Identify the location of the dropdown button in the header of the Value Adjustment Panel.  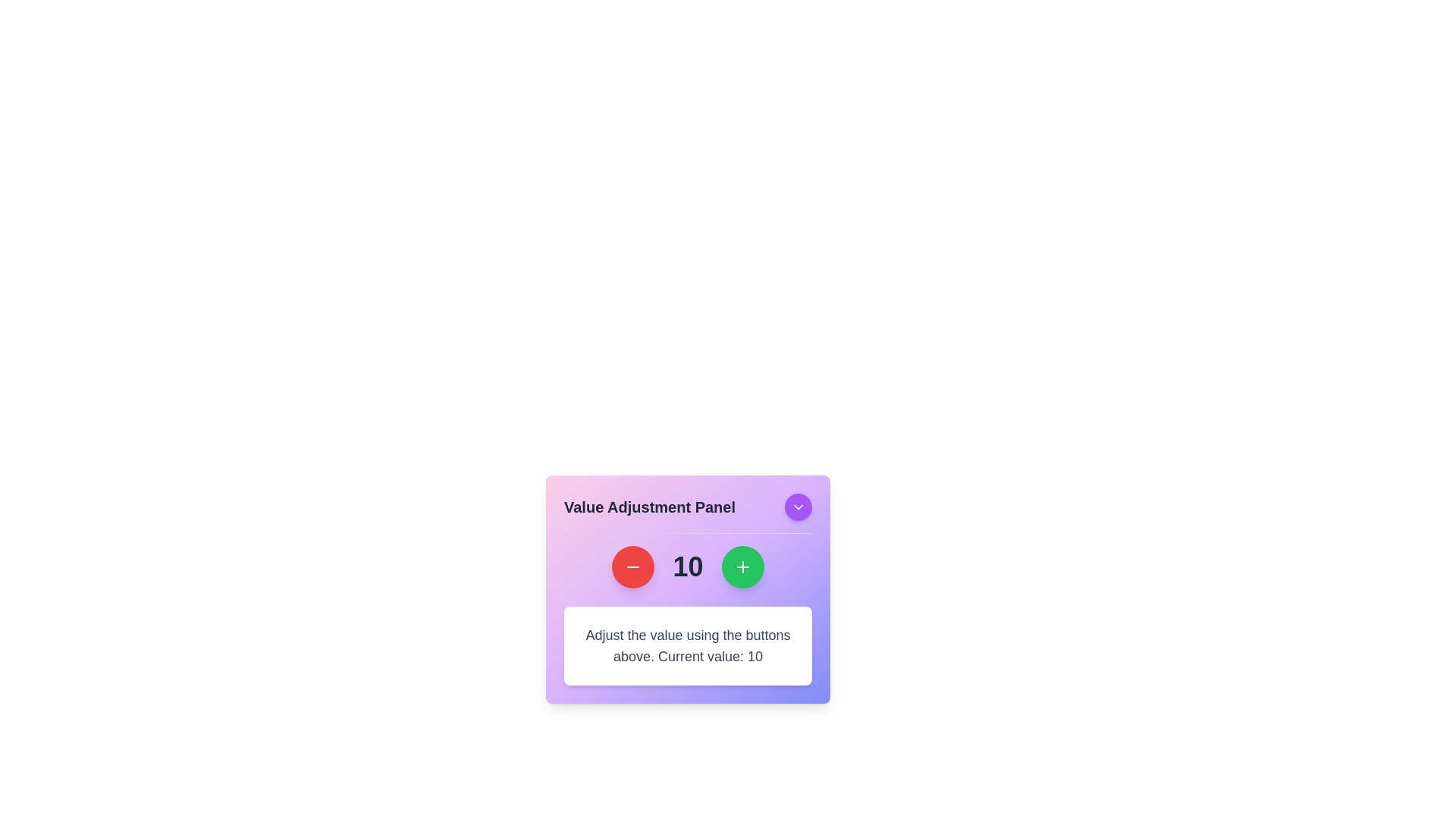
(687, 513).